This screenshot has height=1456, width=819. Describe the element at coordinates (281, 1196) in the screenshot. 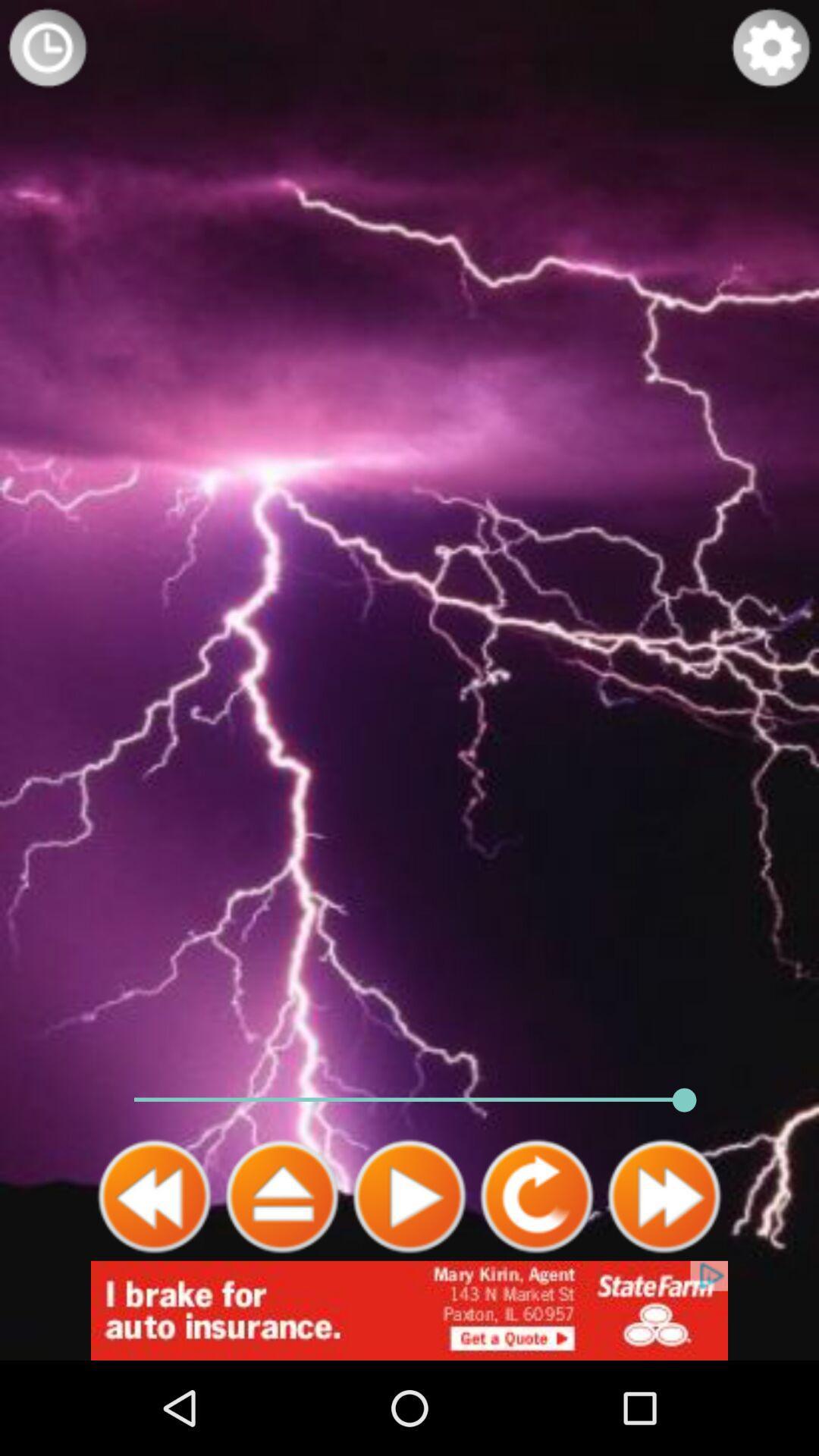

I see `pause` at that location.